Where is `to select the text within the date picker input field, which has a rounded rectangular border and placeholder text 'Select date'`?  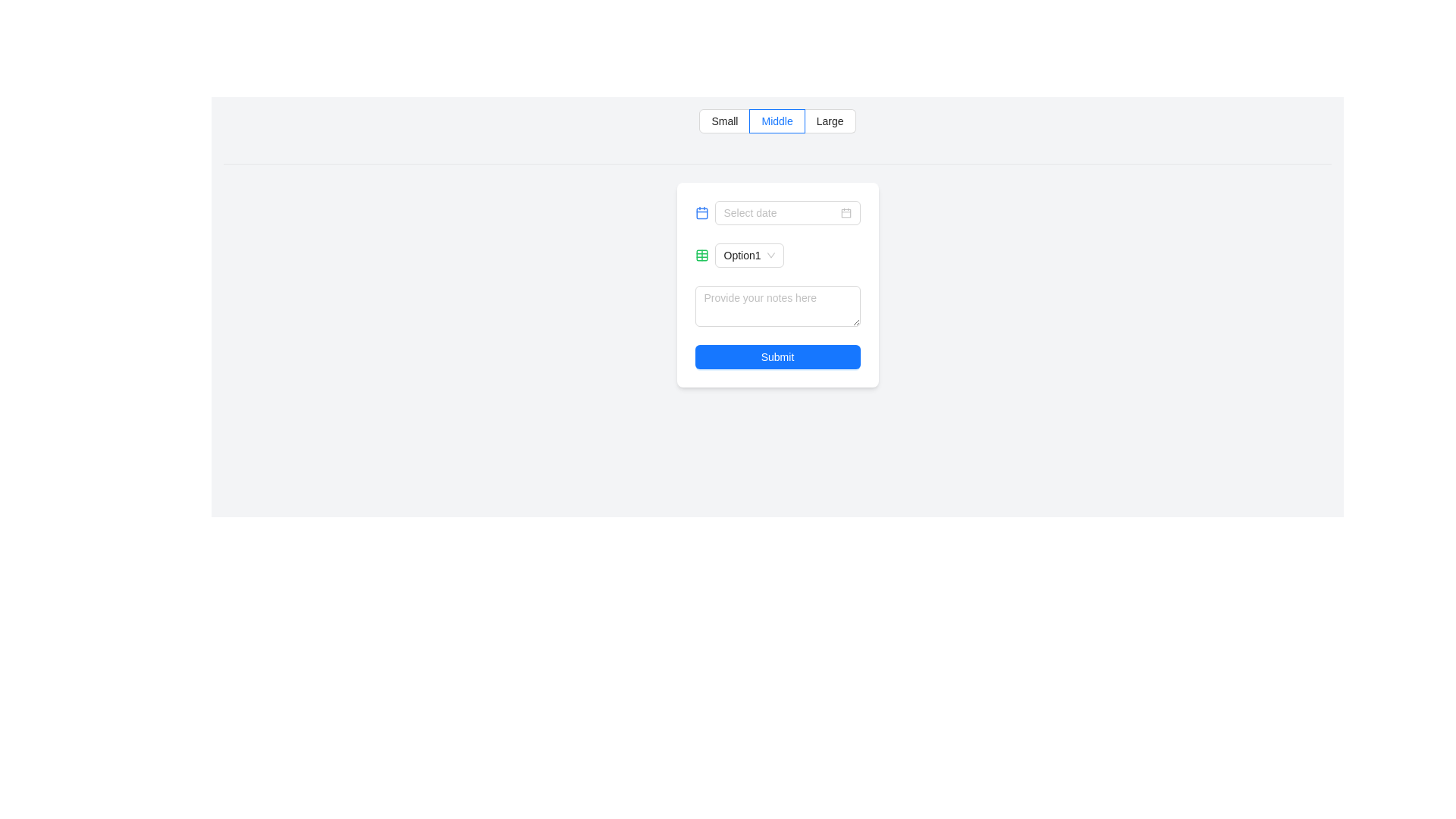 to select the text within the date picker input field, which has a rounded rectangular border and placeholder text 'Select date' is located at coordinates (780, 213).